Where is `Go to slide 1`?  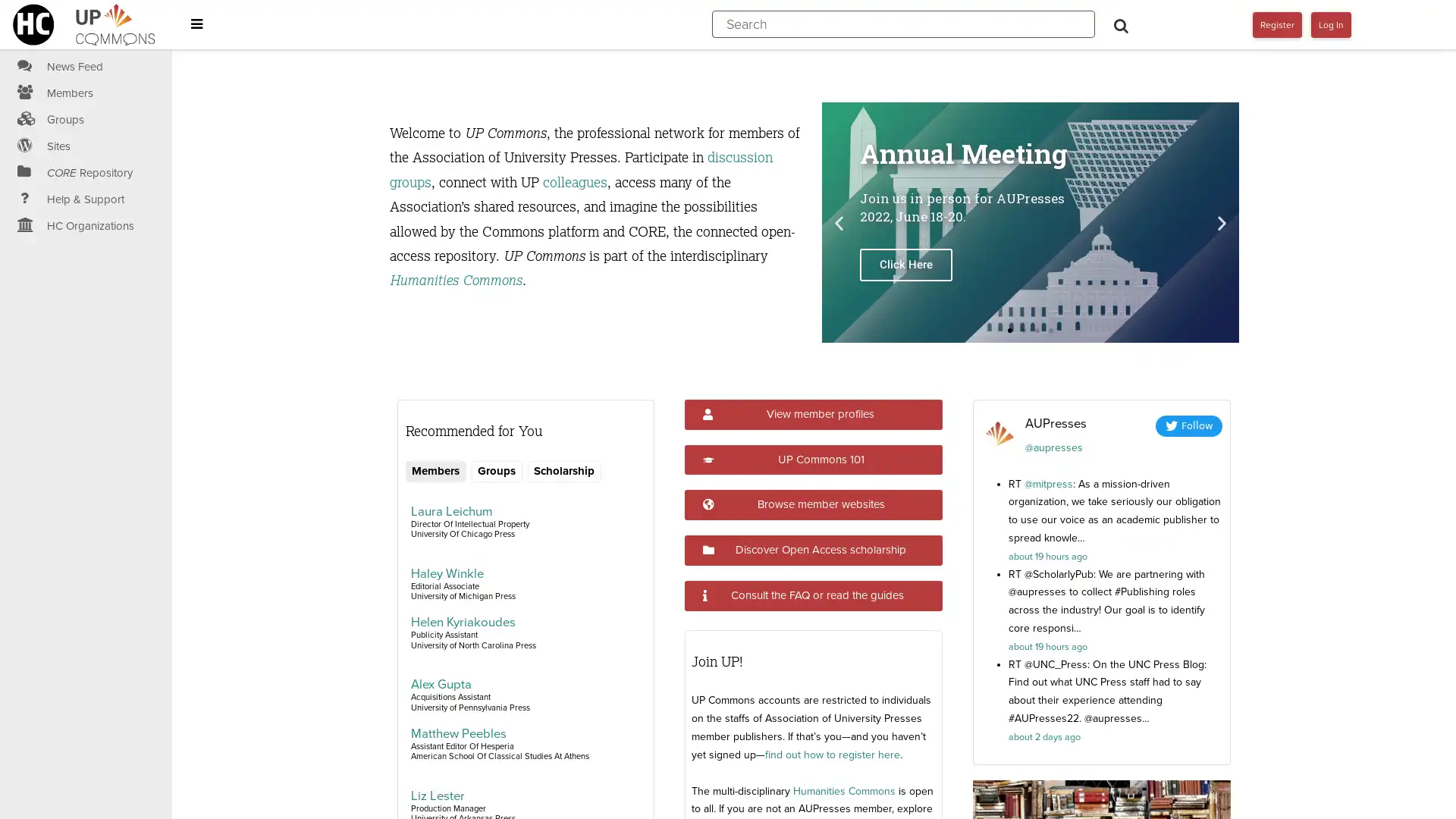
Go to slide 1 is located at coordinates (1009, 329).